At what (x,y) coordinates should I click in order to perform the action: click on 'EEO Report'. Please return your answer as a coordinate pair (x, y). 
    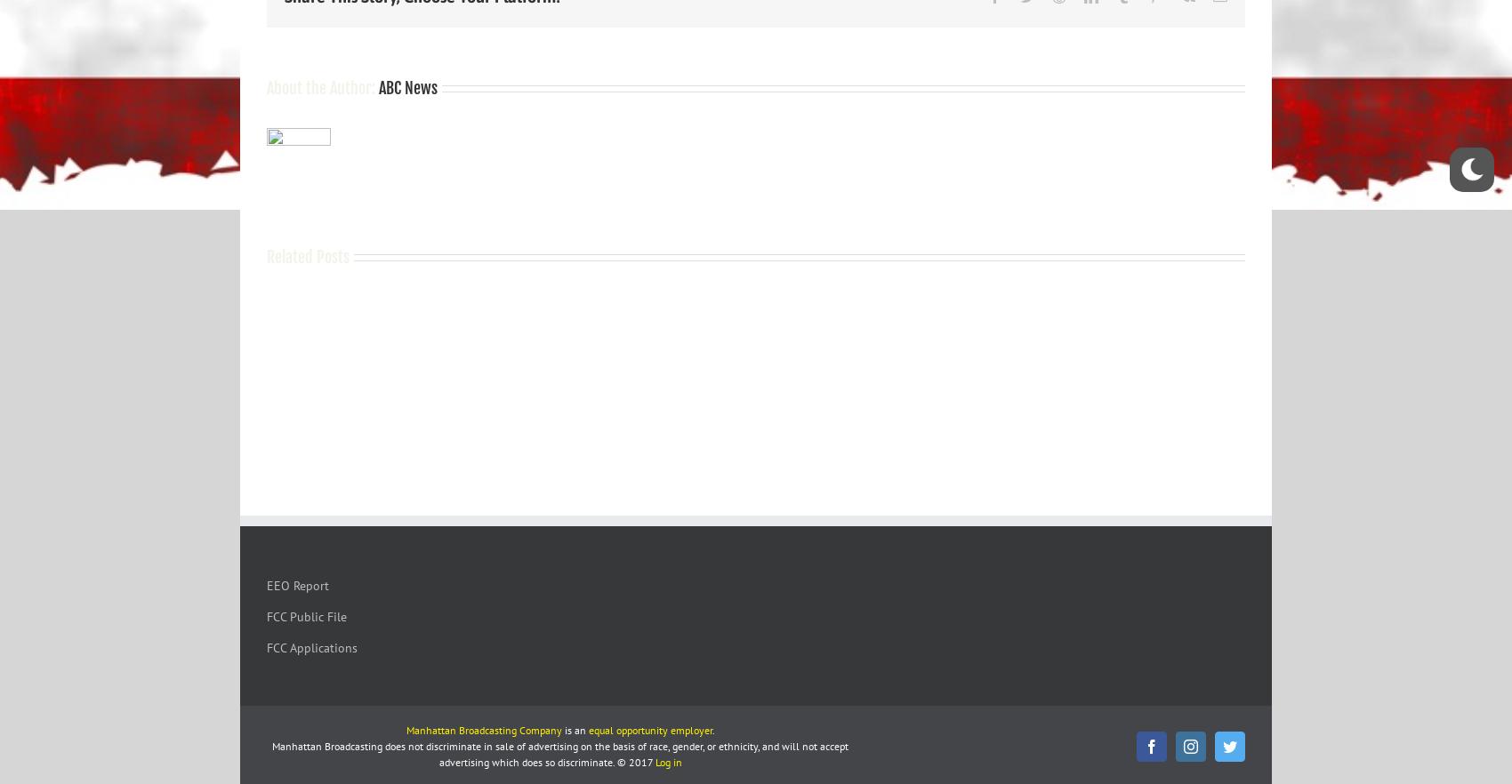
    Looking at the image, I should click on (297, 584).